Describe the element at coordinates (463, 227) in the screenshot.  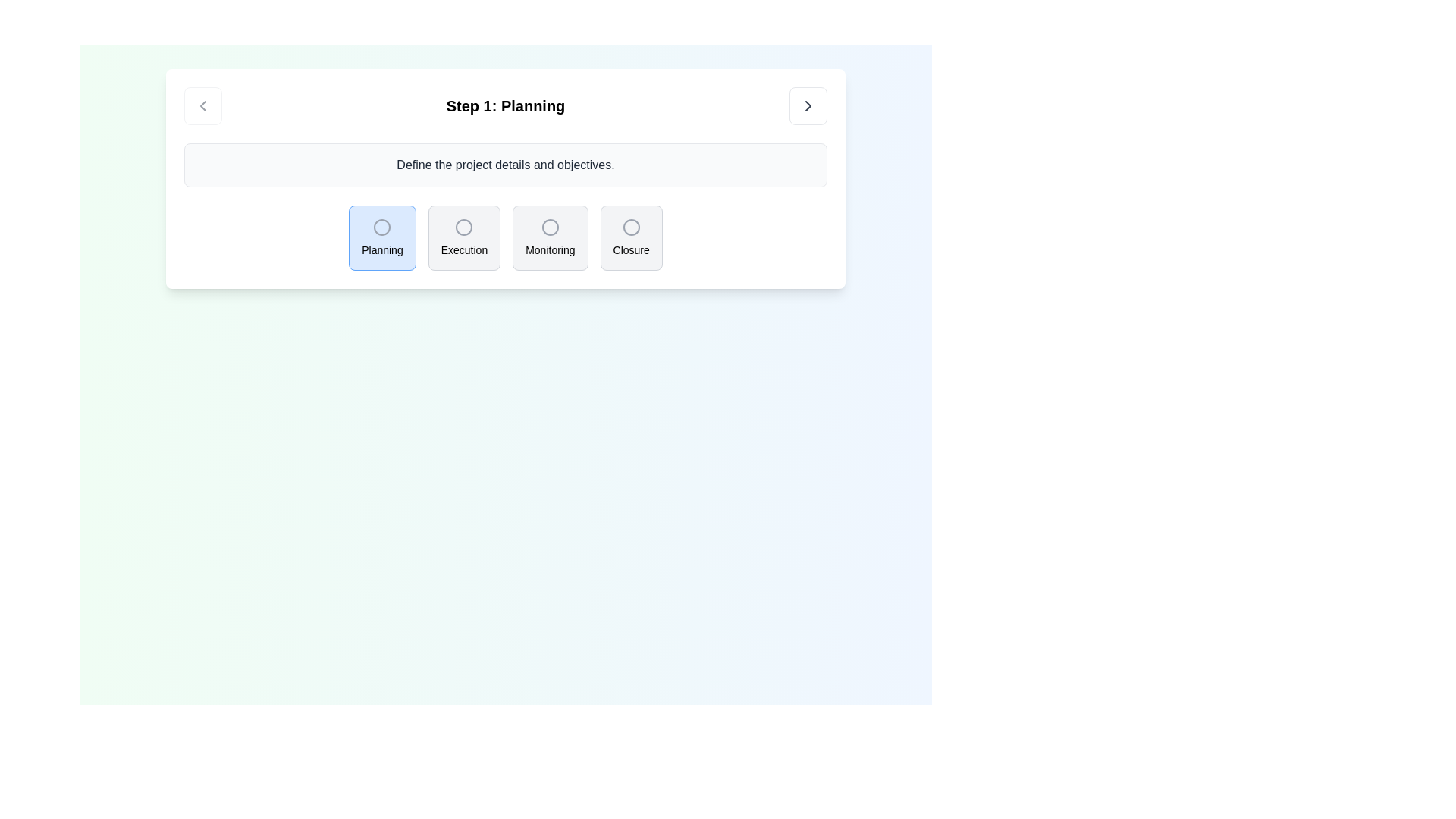
I see `the SVG Circle element located at the center of the 'Execution' button, which signifies selection or status in the series of step buttons` at that location.